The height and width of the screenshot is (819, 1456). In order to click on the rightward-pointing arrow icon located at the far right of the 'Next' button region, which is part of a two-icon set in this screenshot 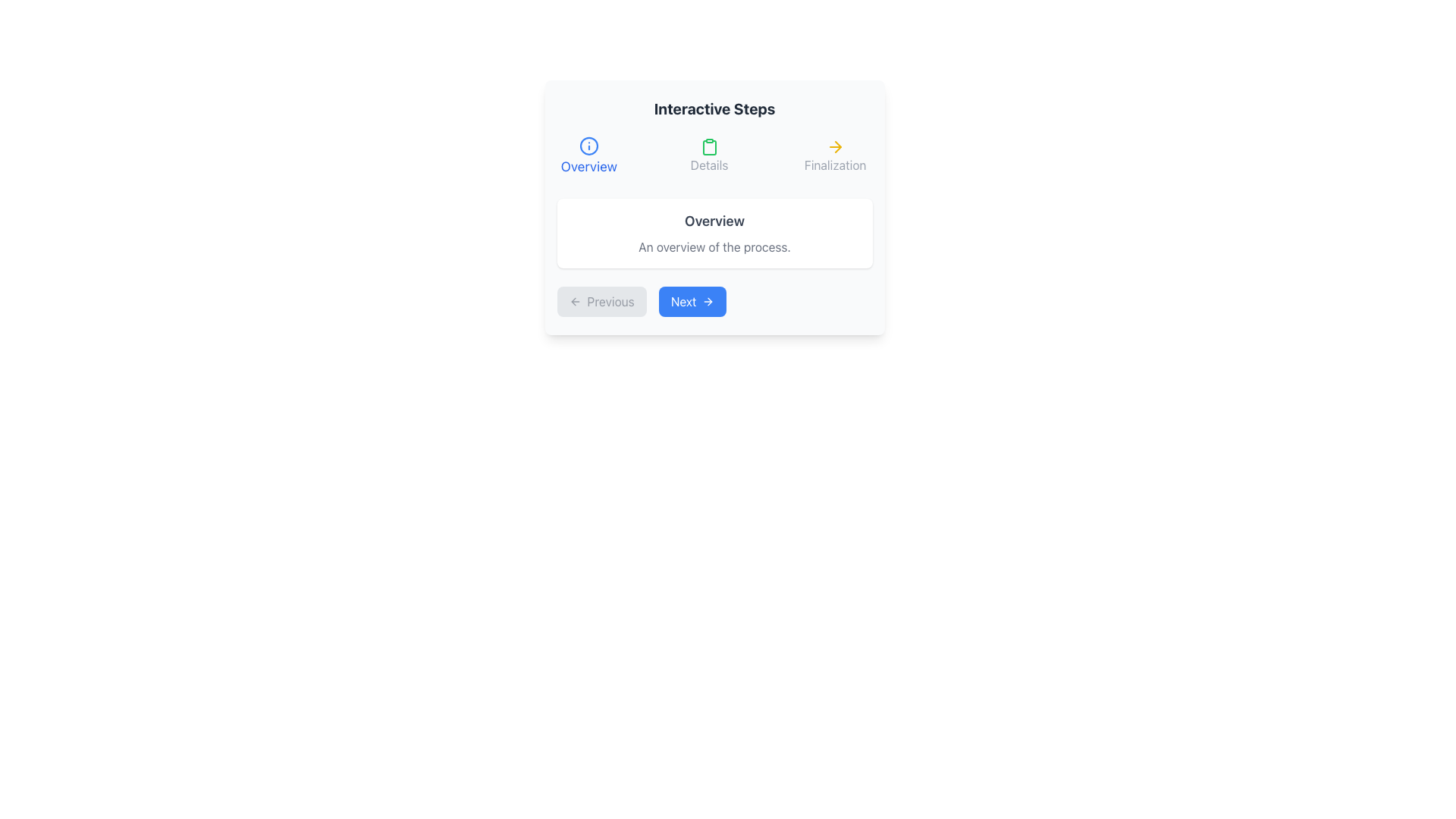, I will do `click(709, 301)`.